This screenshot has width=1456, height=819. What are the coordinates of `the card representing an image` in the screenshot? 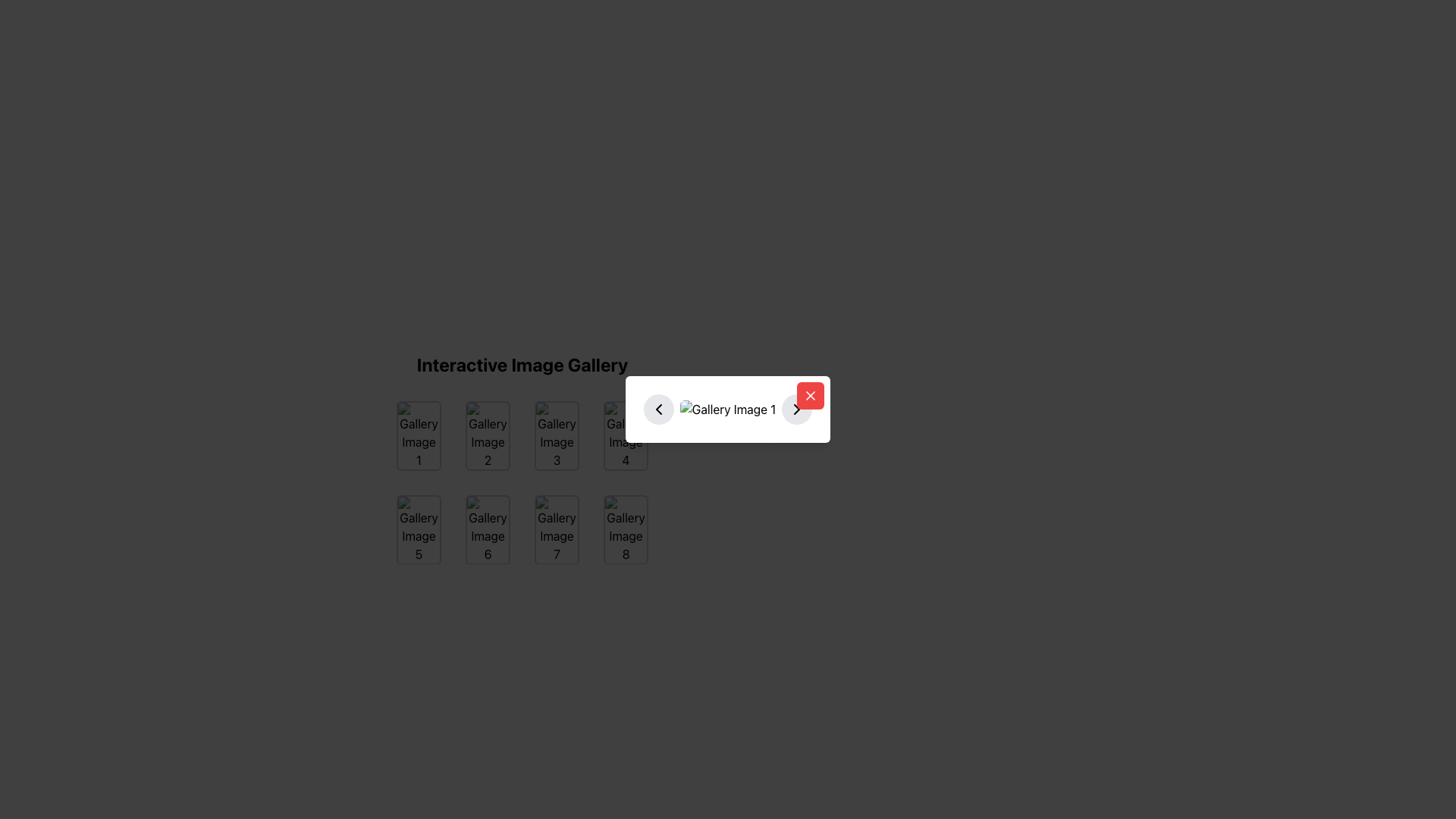 It's located at (556, 529).